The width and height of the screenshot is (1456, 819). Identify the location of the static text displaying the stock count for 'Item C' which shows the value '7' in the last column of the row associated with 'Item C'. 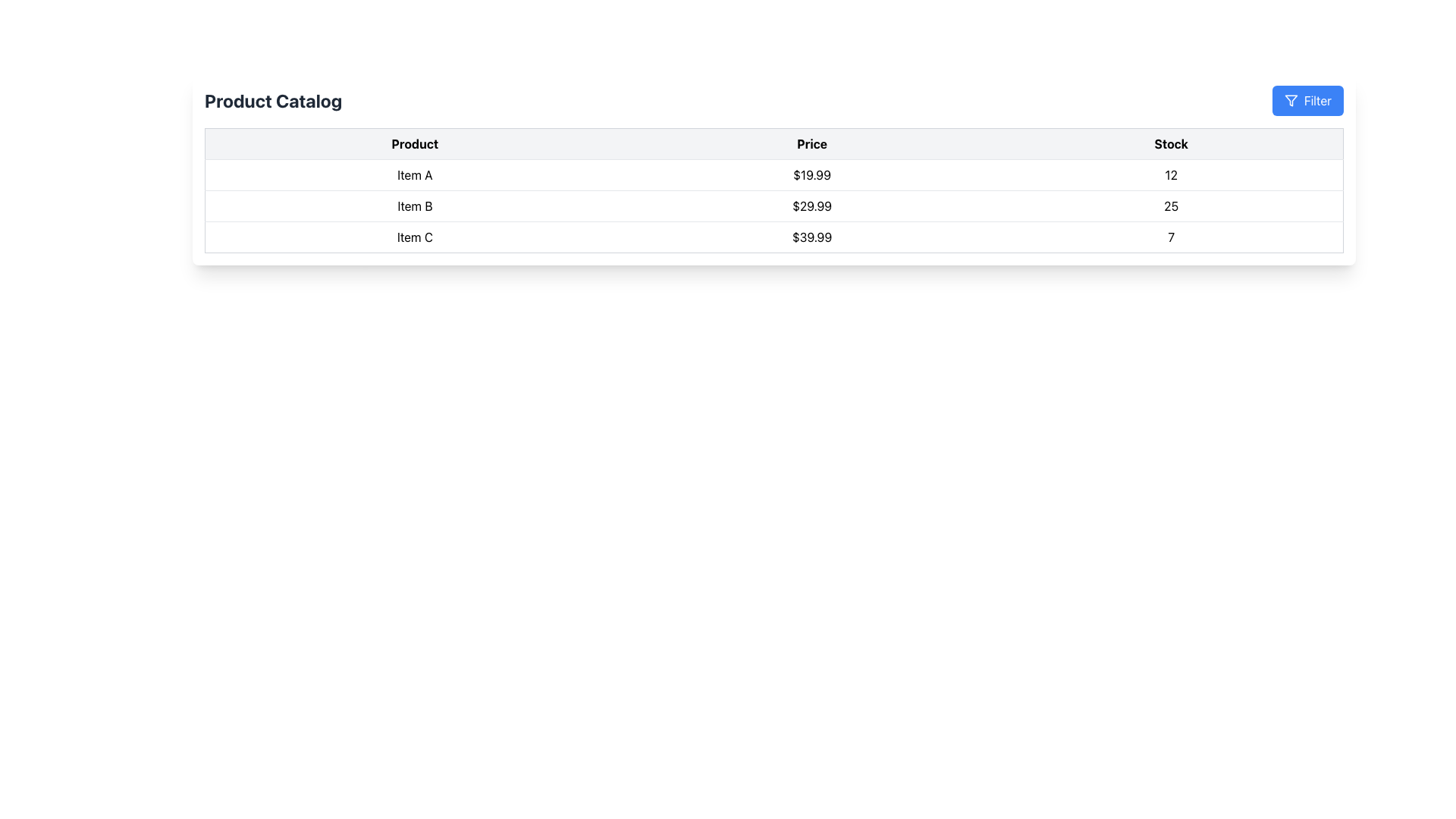
(1171, 237).